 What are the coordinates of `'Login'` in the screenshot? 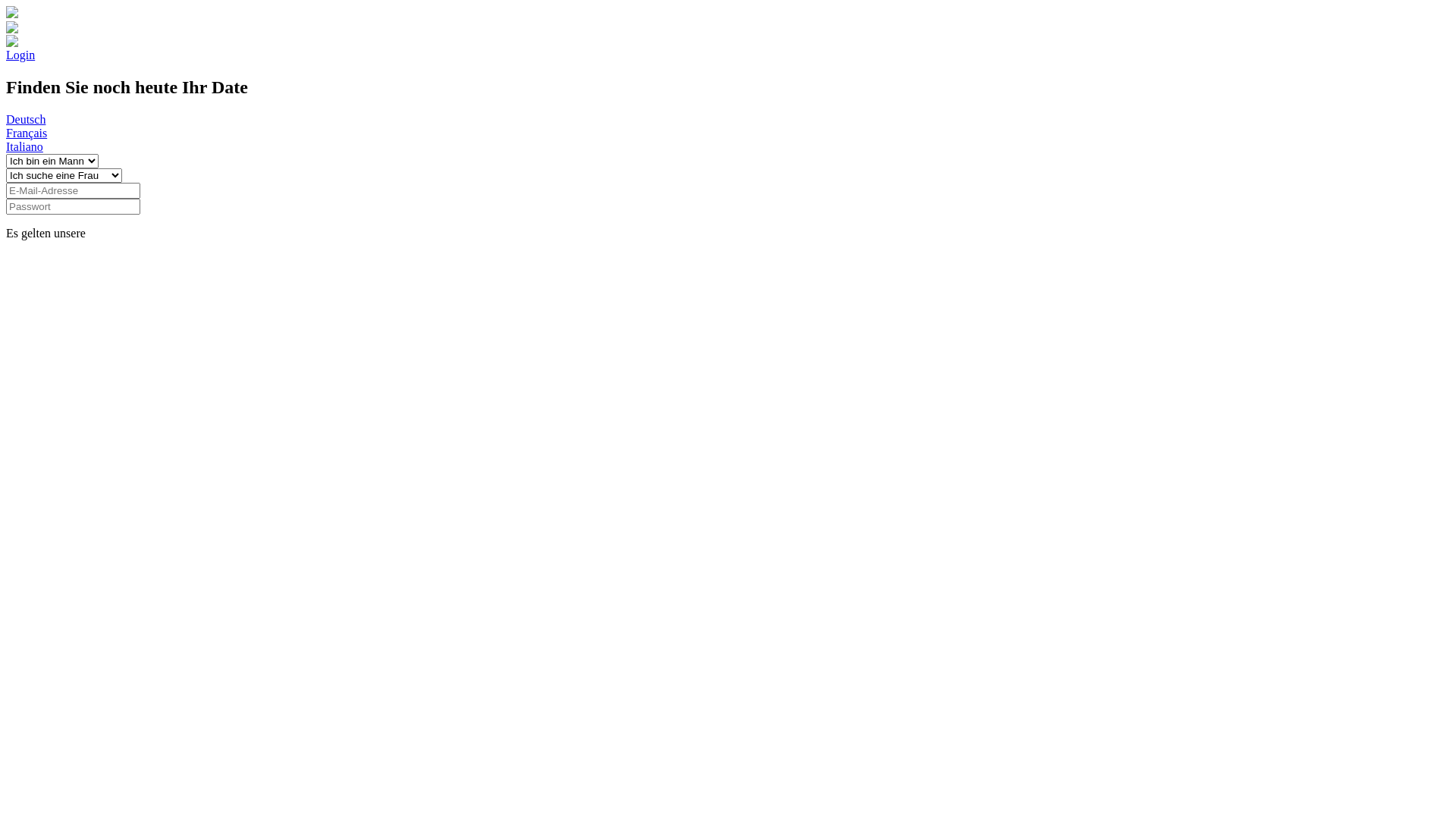 It's located at (20, 54).